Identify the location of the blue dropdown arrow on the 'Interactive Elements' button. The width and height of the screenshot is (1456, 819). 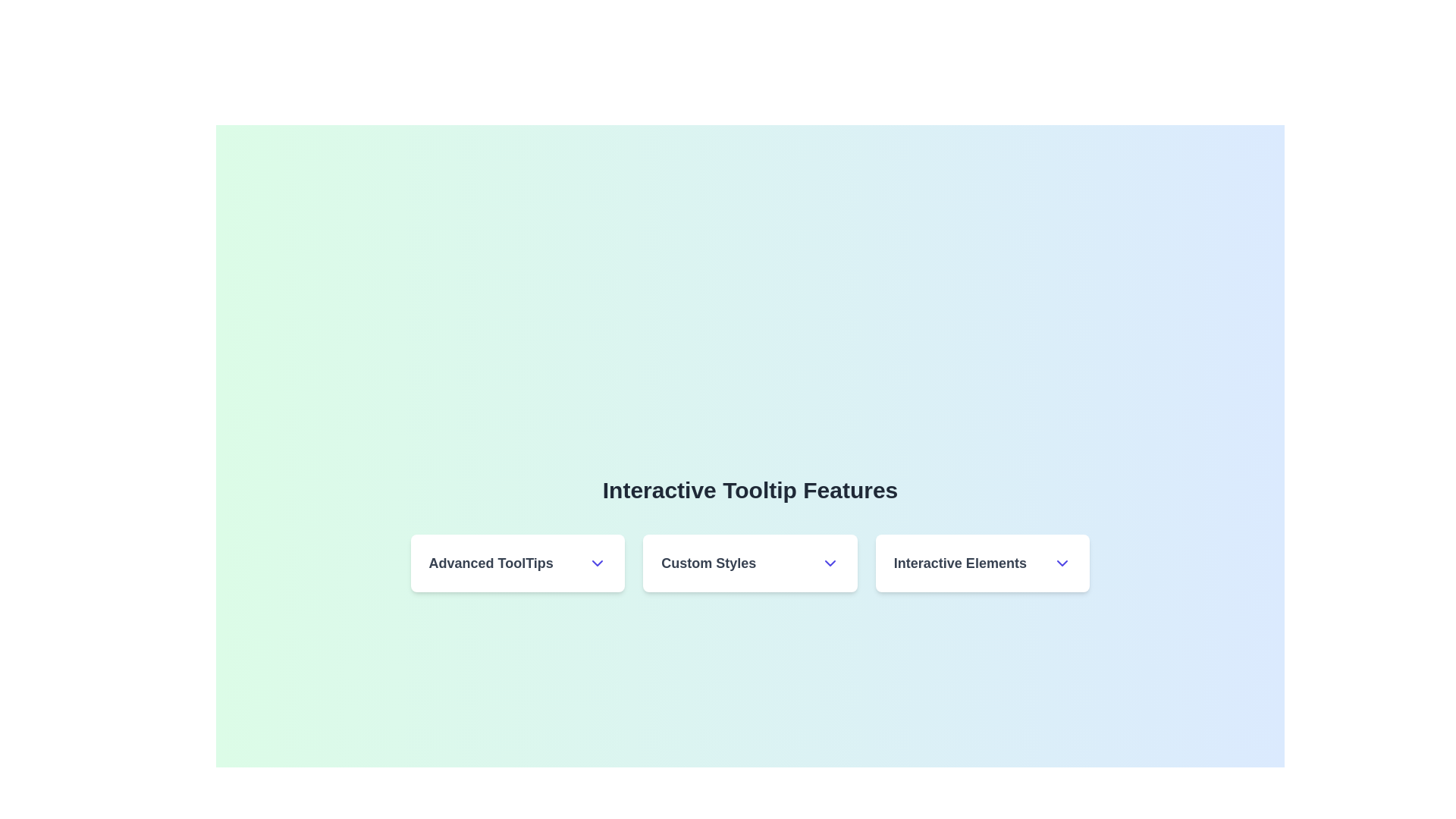
(983, 563).